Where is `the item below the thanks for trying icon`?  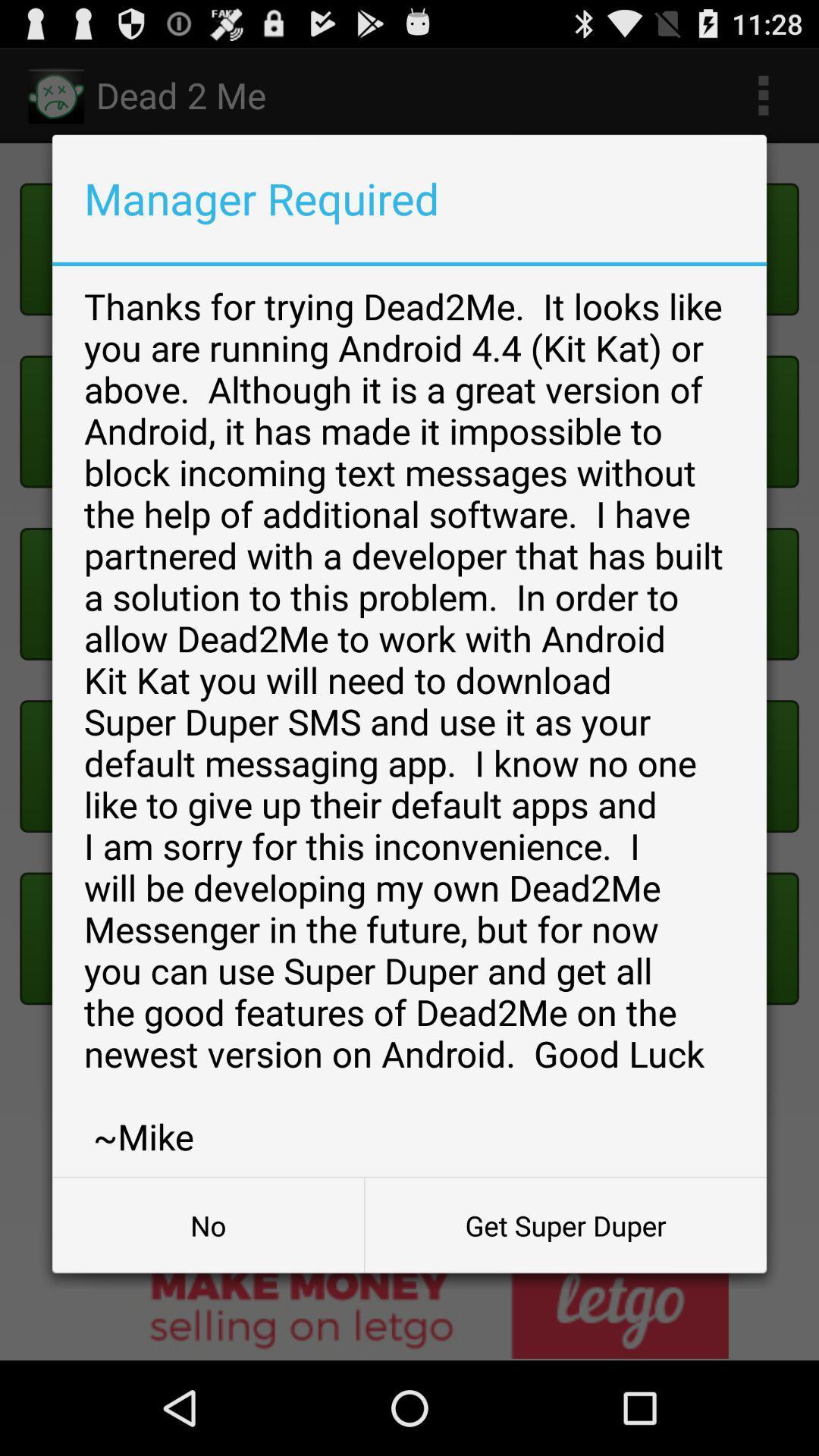 the item below the thanks for trying icon is located at coordinates (566, 1225).